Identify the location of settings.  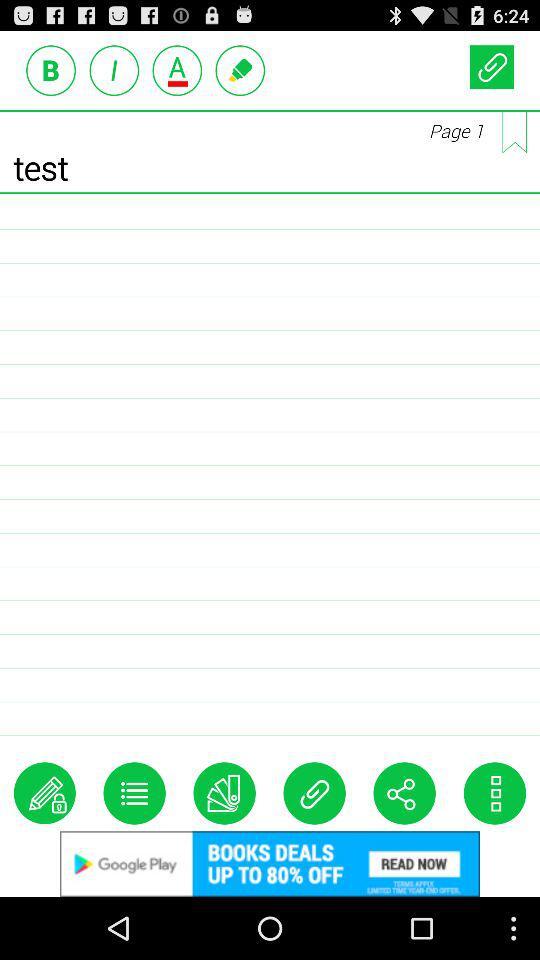
(493, 793).